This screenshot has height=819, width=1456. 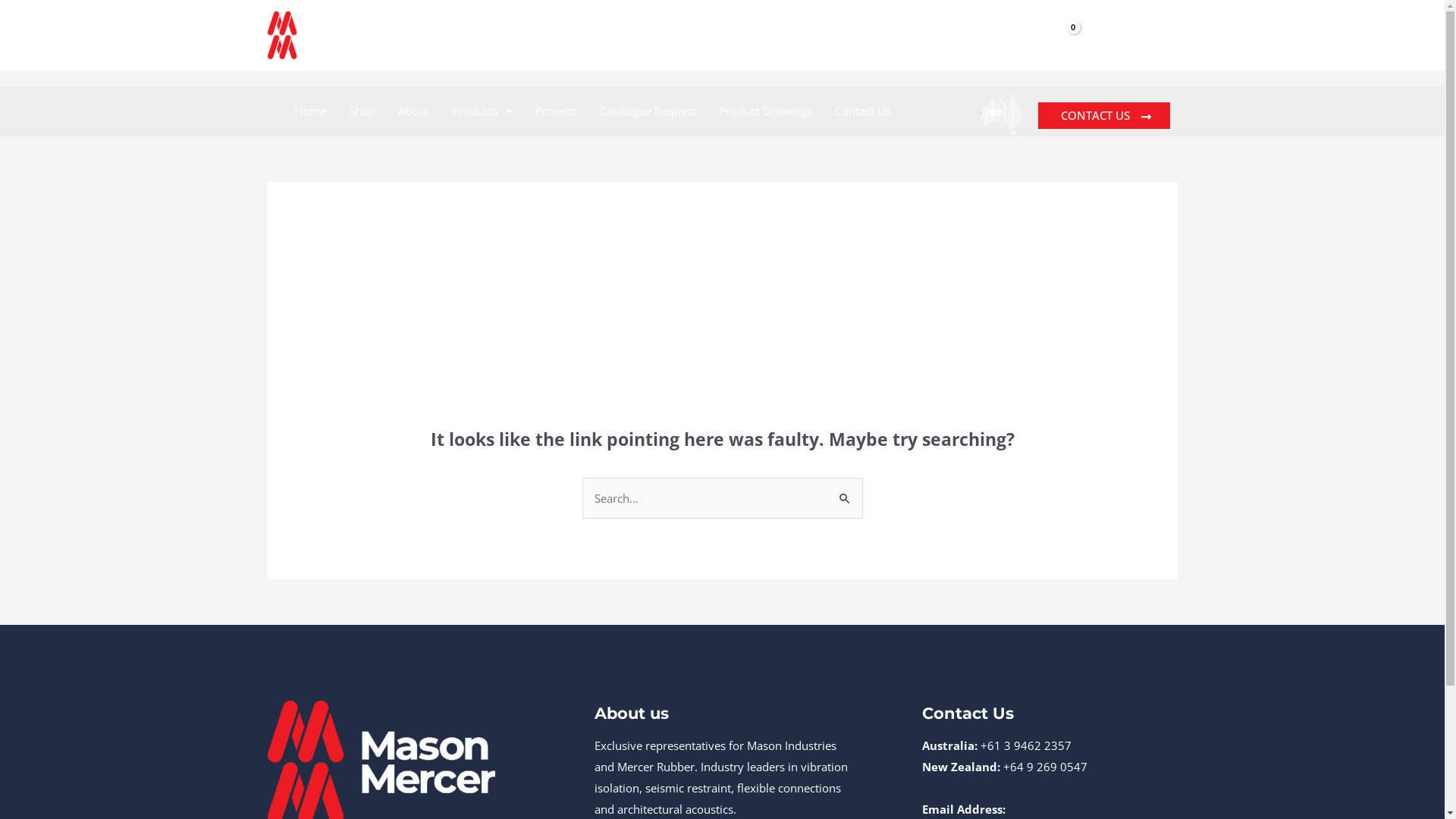 What do you see at coordinates (480, 110) in the screenshot?
I see `'Products'` at bounding box center [480, 110].